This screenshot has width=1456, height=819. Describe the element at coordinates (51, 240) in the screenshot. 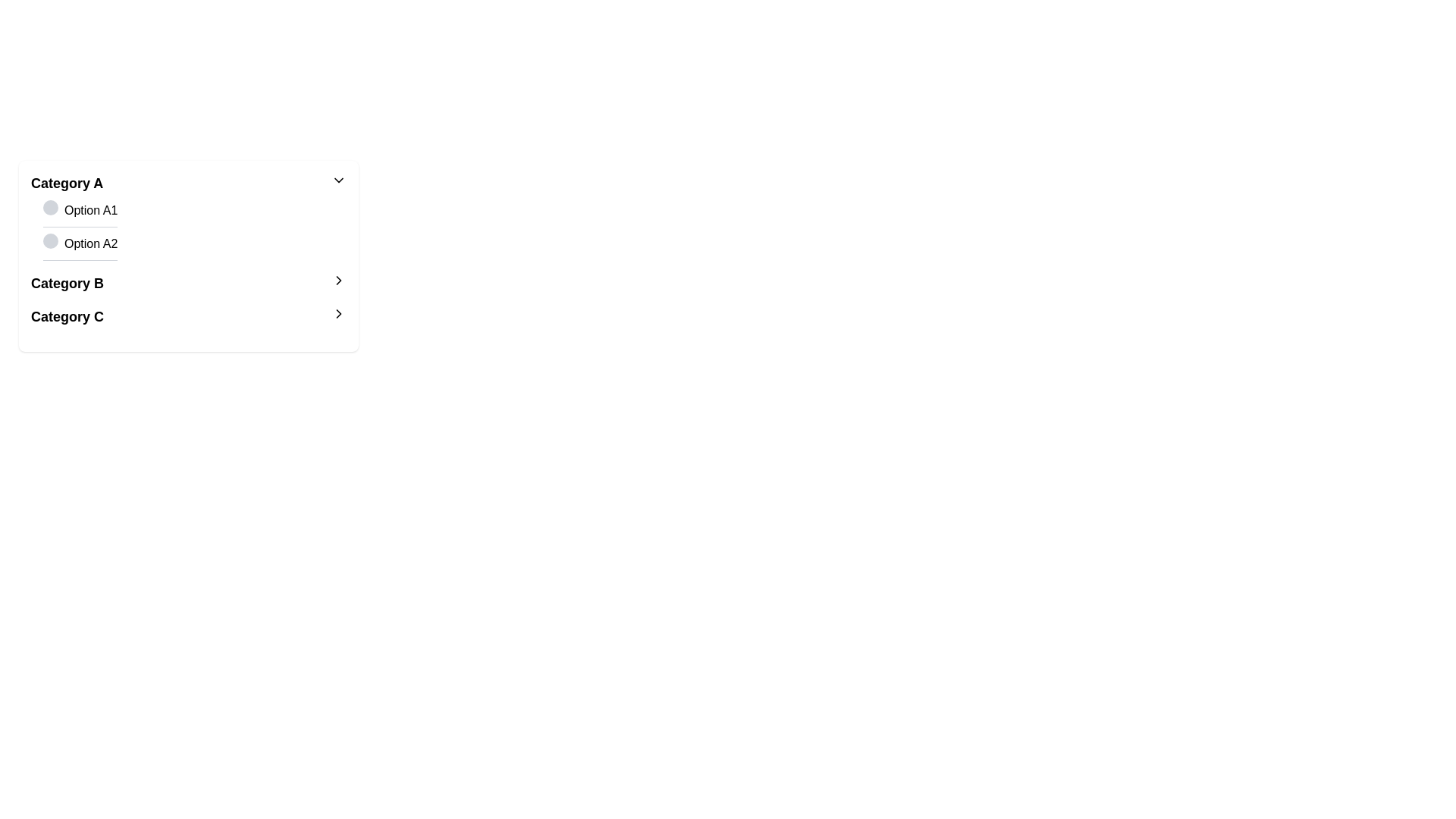

I see `the radio button indicator located under 'Category A' next to the text 'Option A2', which resembles a small circular shape with a gray background` at that location.